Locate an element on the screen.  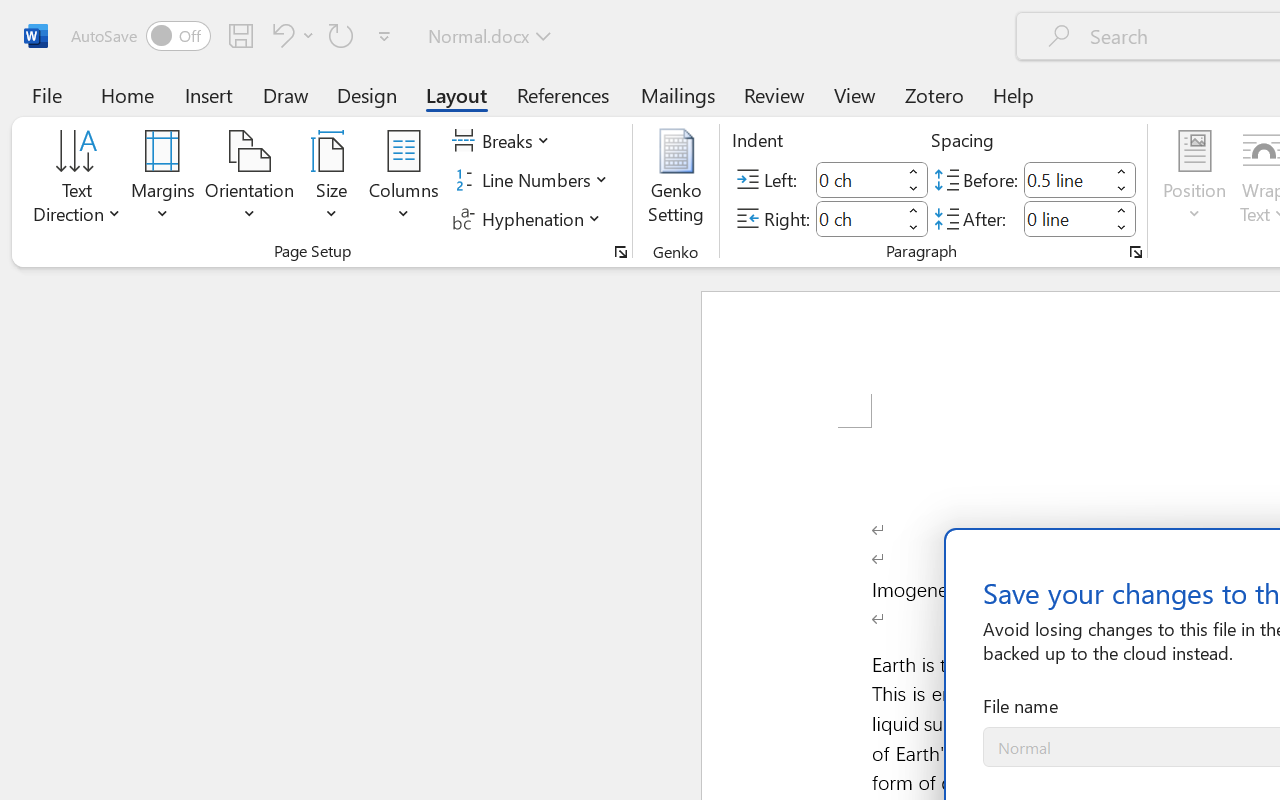
'Indent Right' is located at coordinates (858, 218).